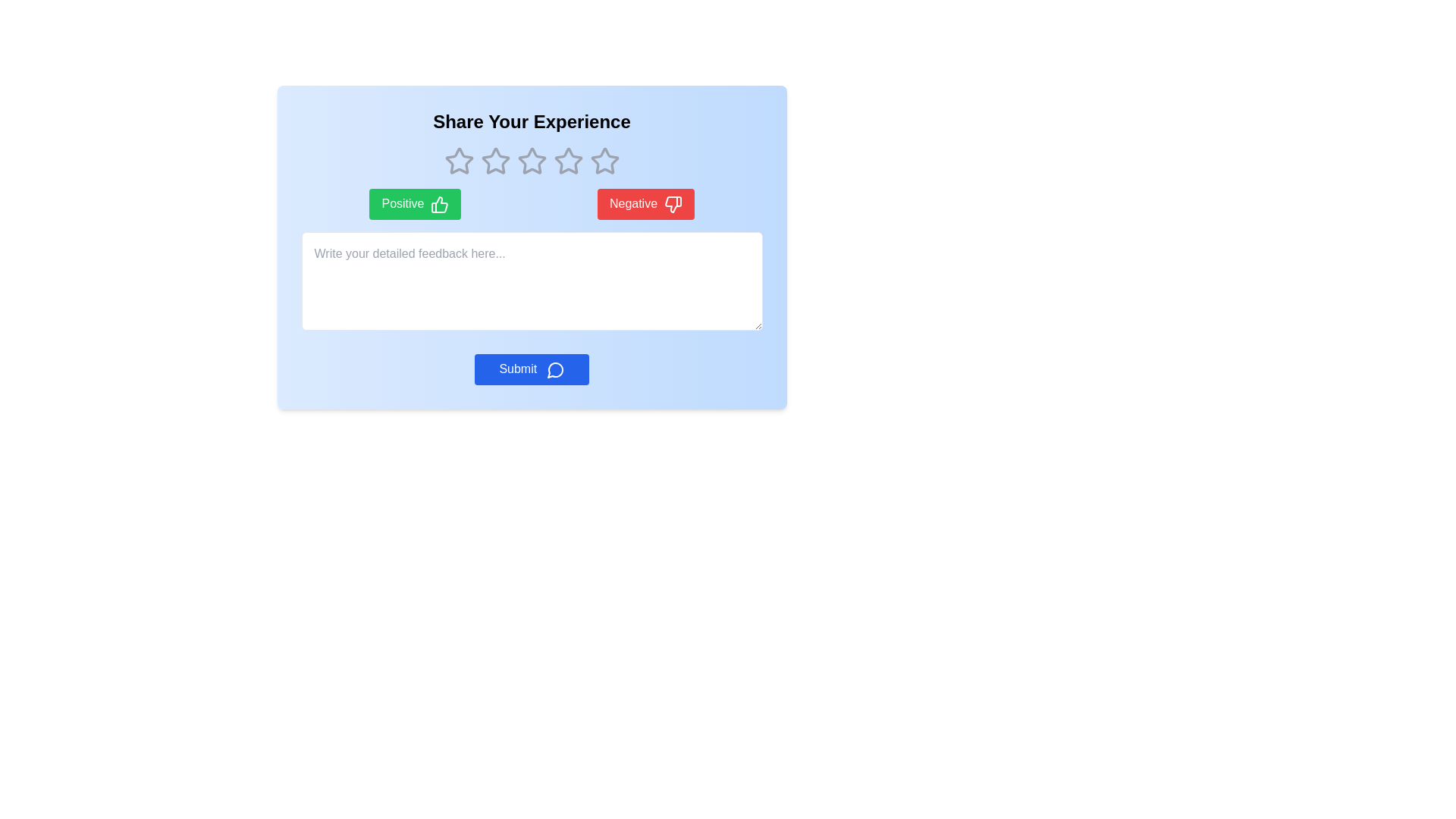  What do you see at coordinates (439, 203) in the screenshot?
I see `the thumbs-up icon located inside the green rounded button labeled 'Positive'` at bounding box center [439, 203].